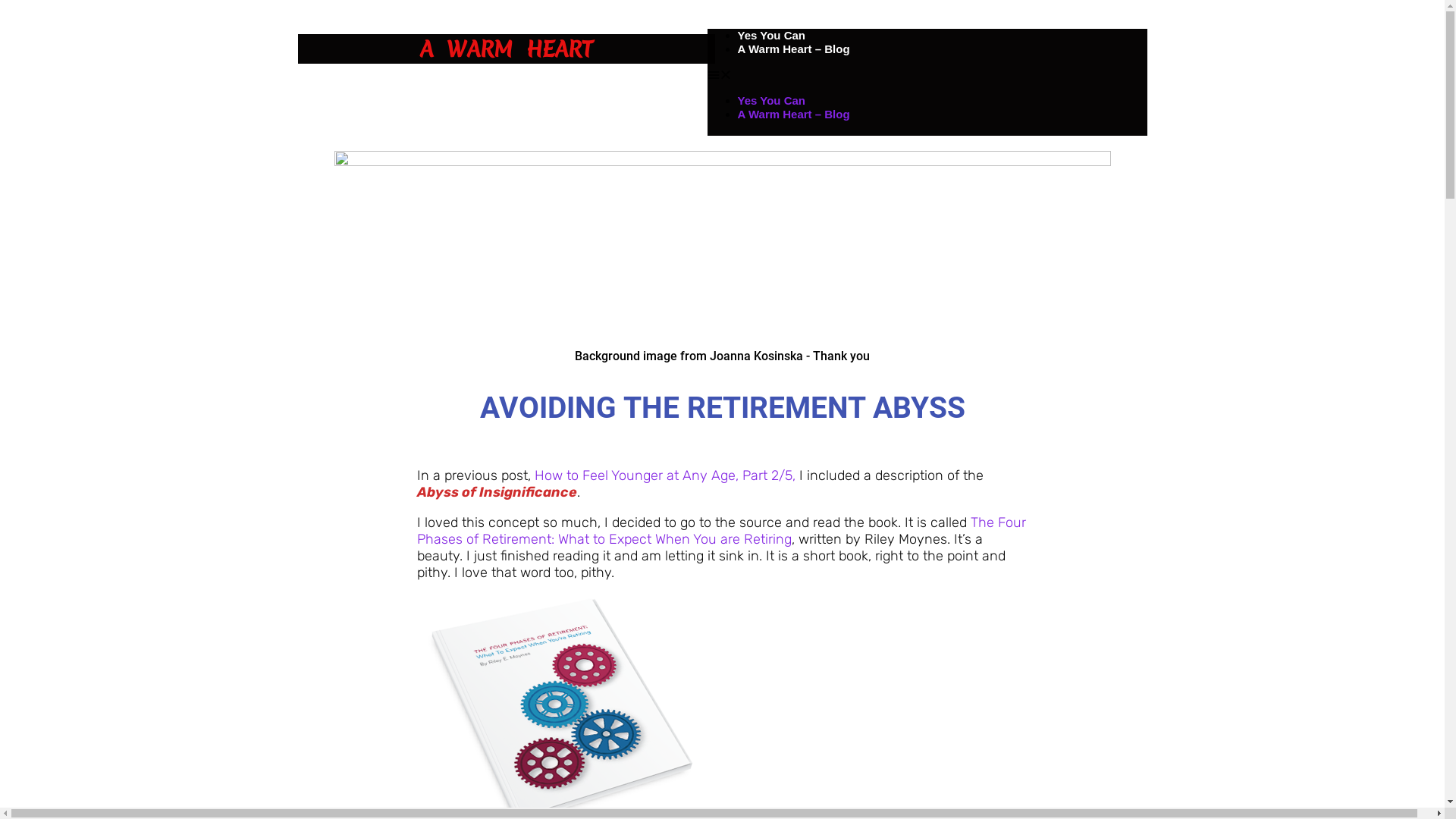  Describe the element at coordinates (664, 475) in the screenshot. I see `'How to Feel Younger at Any Age, Part 2/5,'` at that location.